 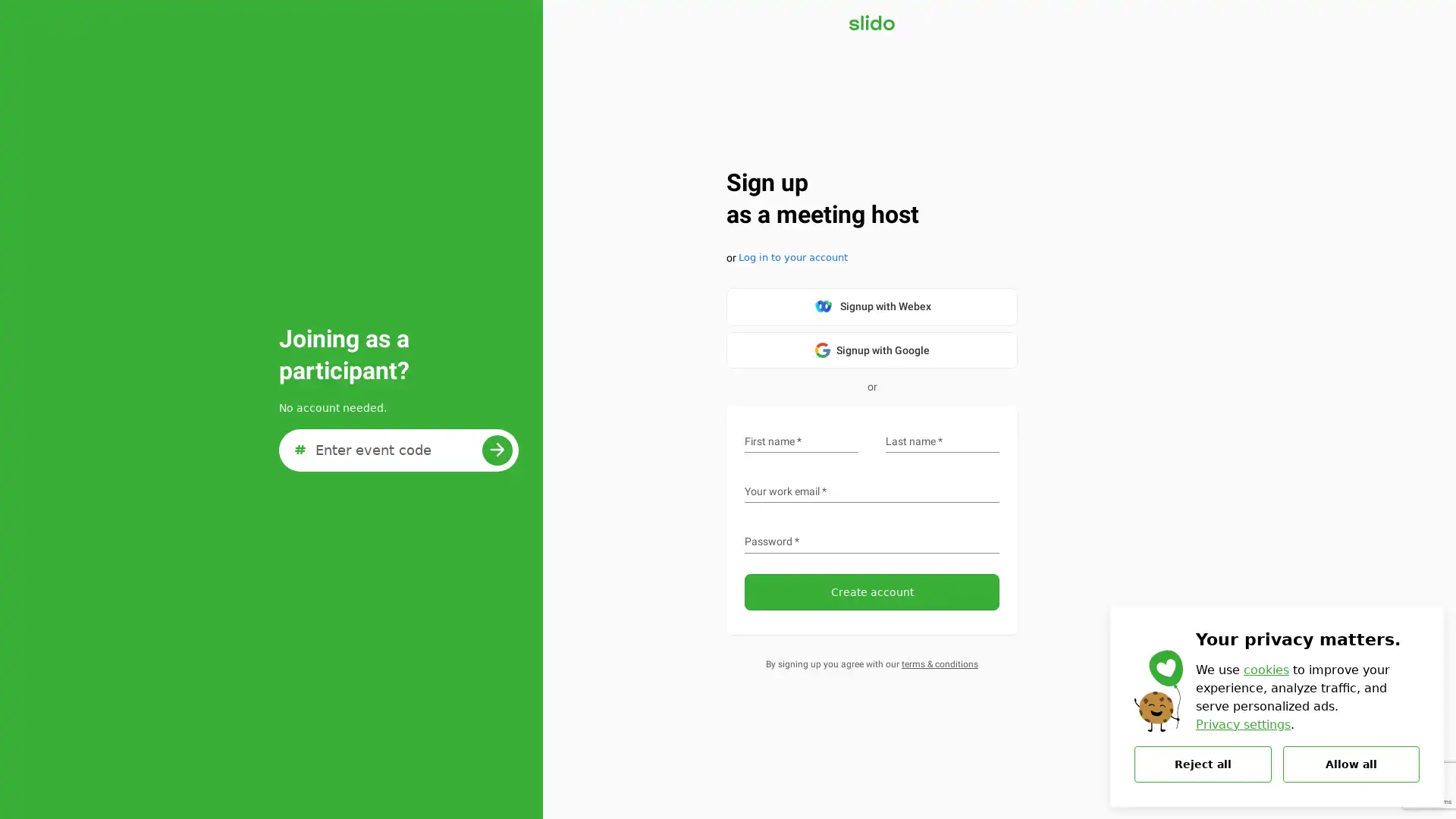 What do you see at coordinates (1201, 764) in the screenshot?
I see `Reject all` at bounding box center [1201, 764].